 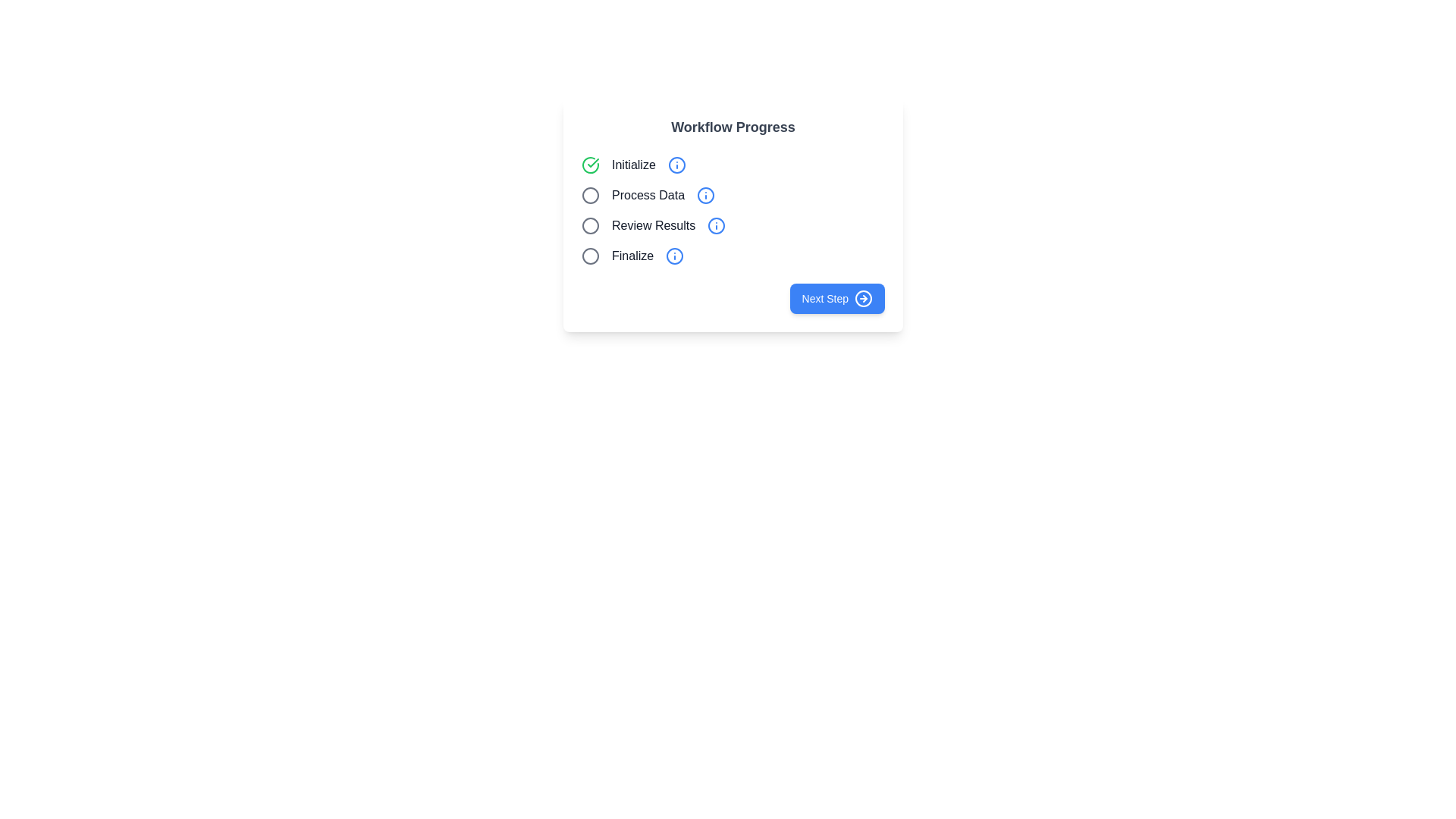 I want to click on the small blue circular informational icon located to the right of the 'Process Data' text, which has a hollow circle and a filled dot inside, so click(x=705, y=195).